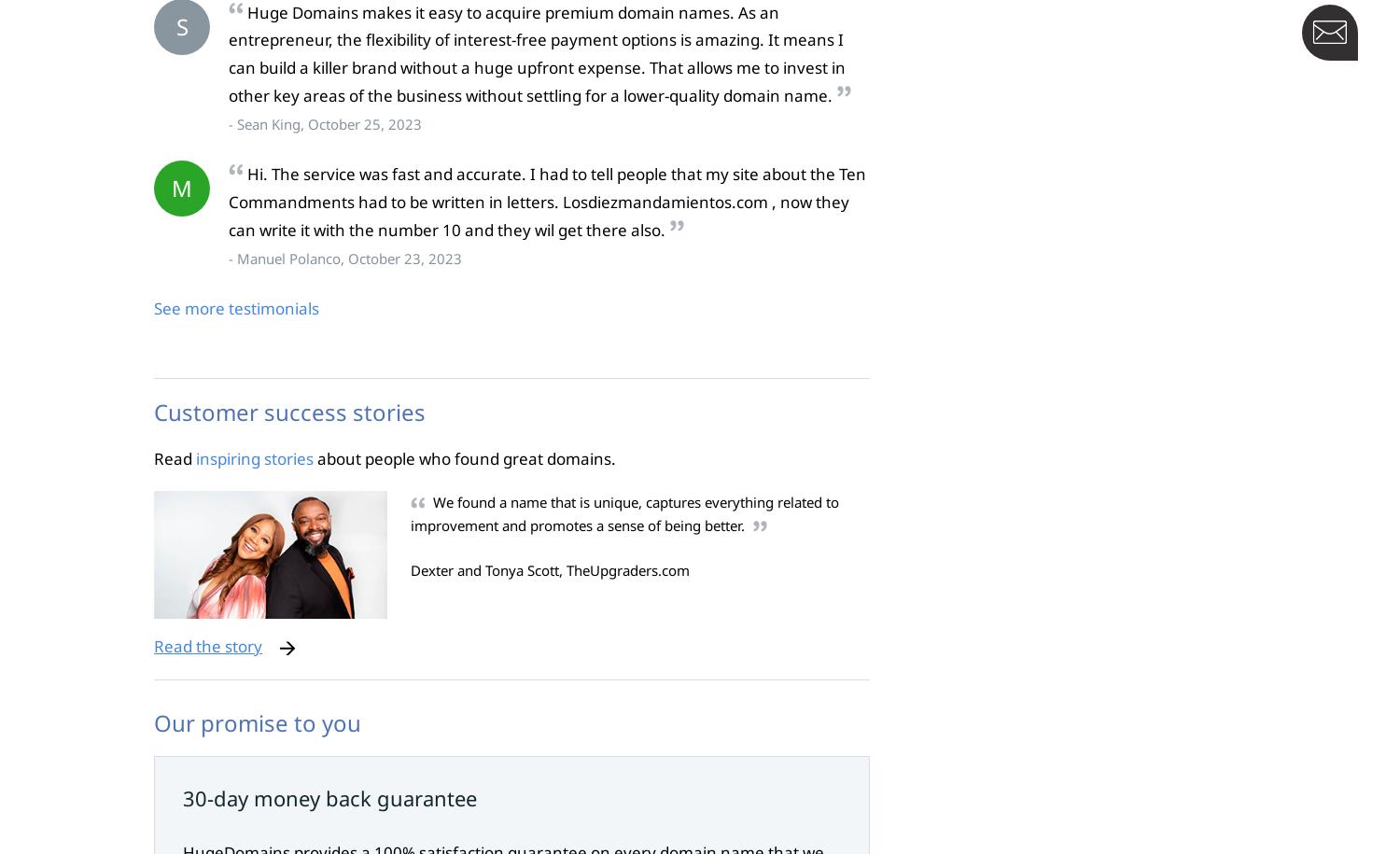 Image resolution: width=1400 pixels, height=854 pixels. What do you see at coordinates (536, 52) in the screenshot?
I see `'Huge Domains makes it easy to acquire premium domain names. As an entrepreneur, the flexibility of interest-free payment options is amazing. It means I can build a killer brand without a huge upfront expense. That allows me to invest in other key areas of the business without settling for a lower-quality domain name.'` at bounding box center [536, 52].